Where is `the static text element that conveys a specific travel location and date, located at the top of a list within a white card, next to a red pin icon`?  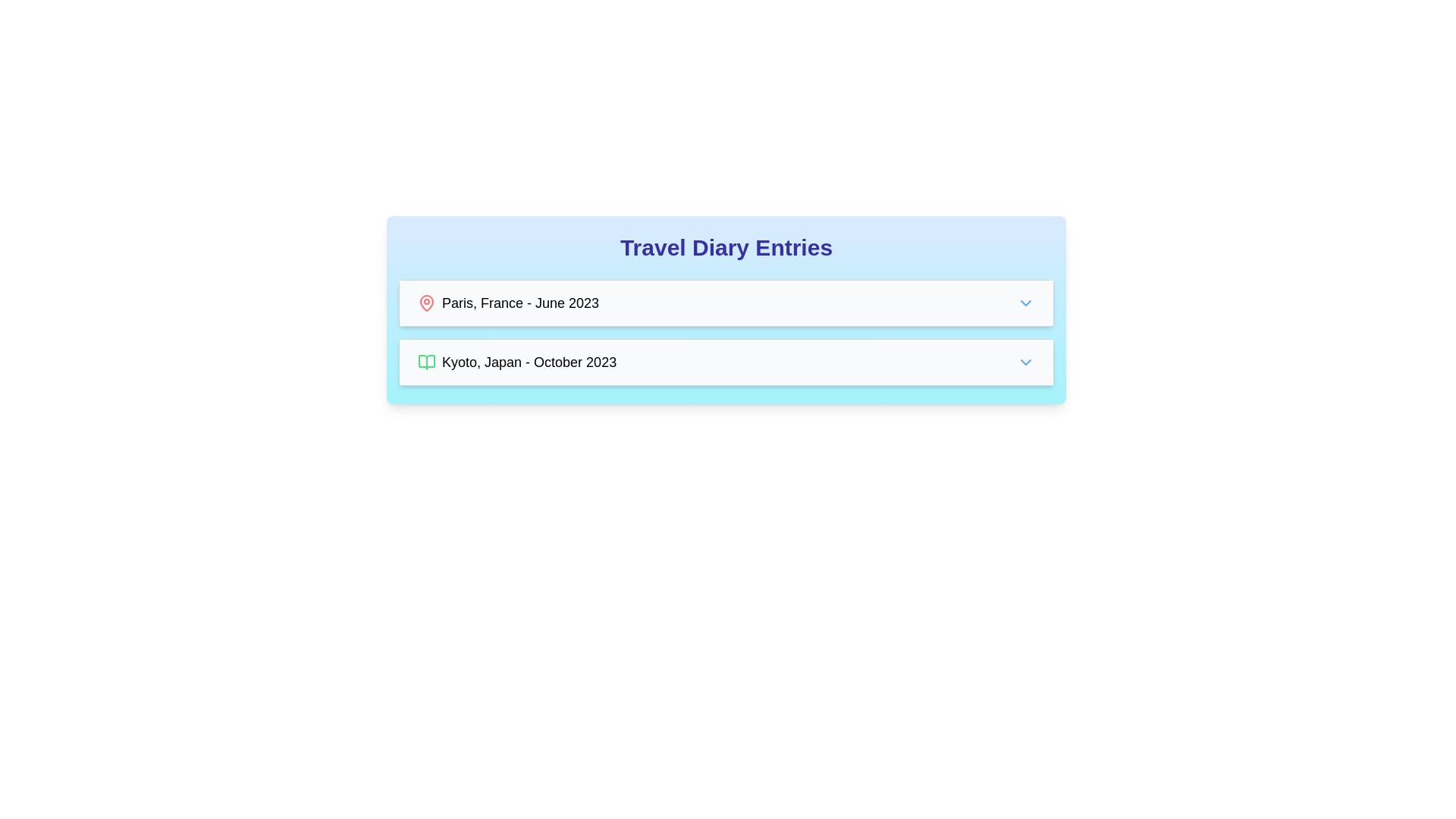
the static text element that conveys a specific travel location and date, located at the top of a list within a white card, next to a red pin icon is located at coordinates (520, 303).